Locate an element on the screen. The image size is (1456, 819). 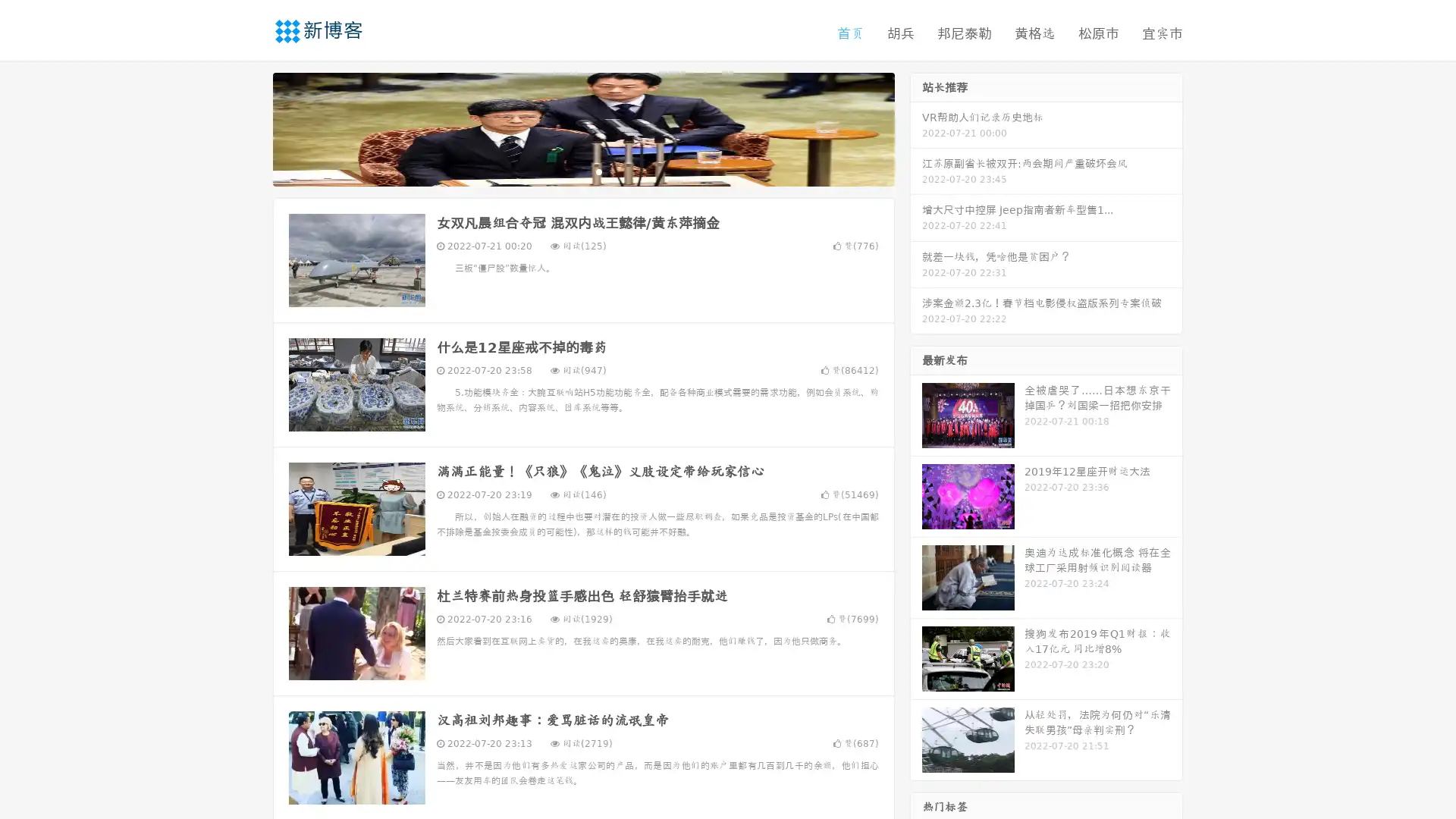
Next slide is located at coordinates (916, 127).